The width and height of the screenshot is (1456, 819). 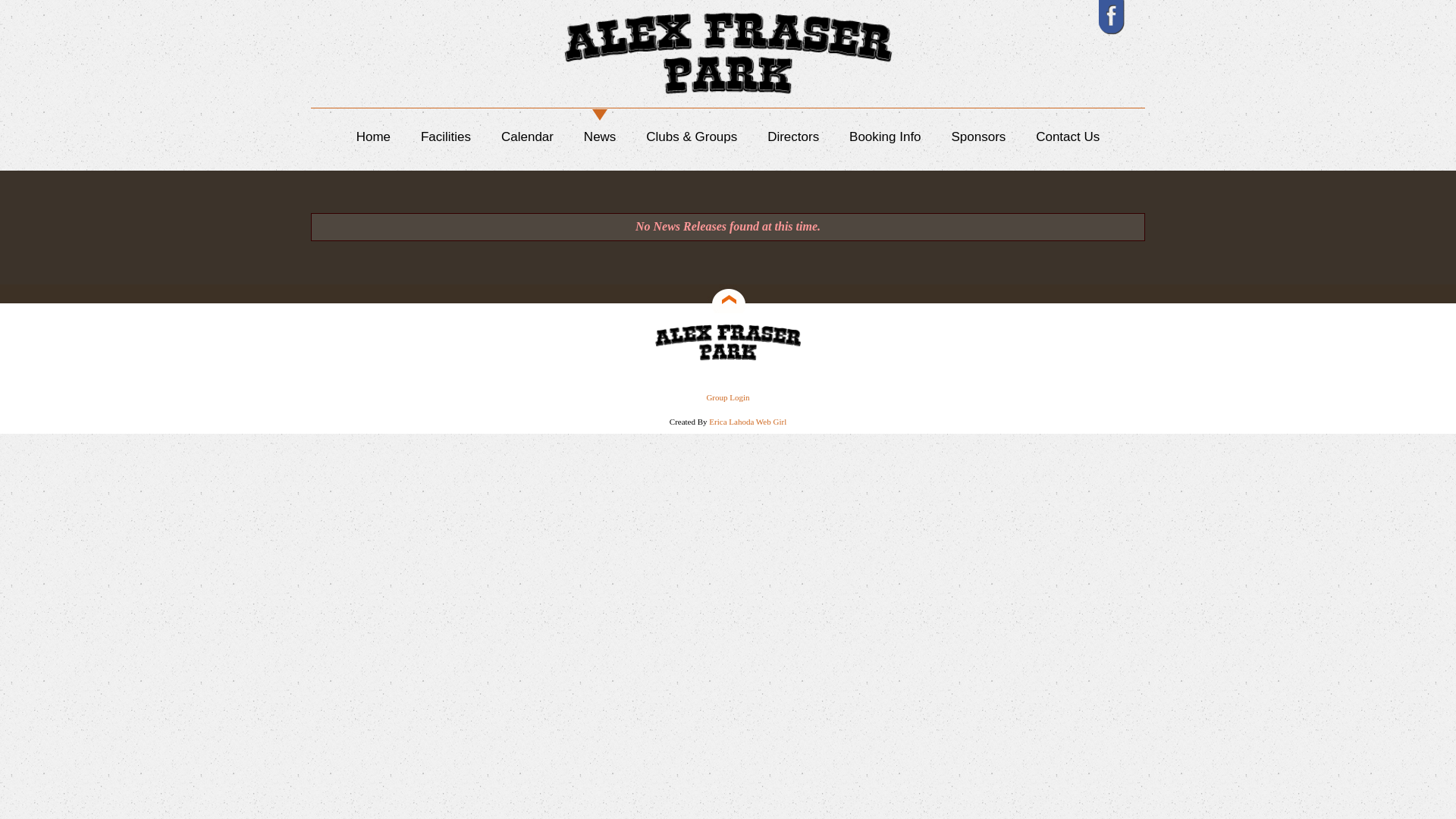 What do you see at coordinates (445, 136) in the screenshot?
I see `'Facilities'` at bounding box center [445, 136].